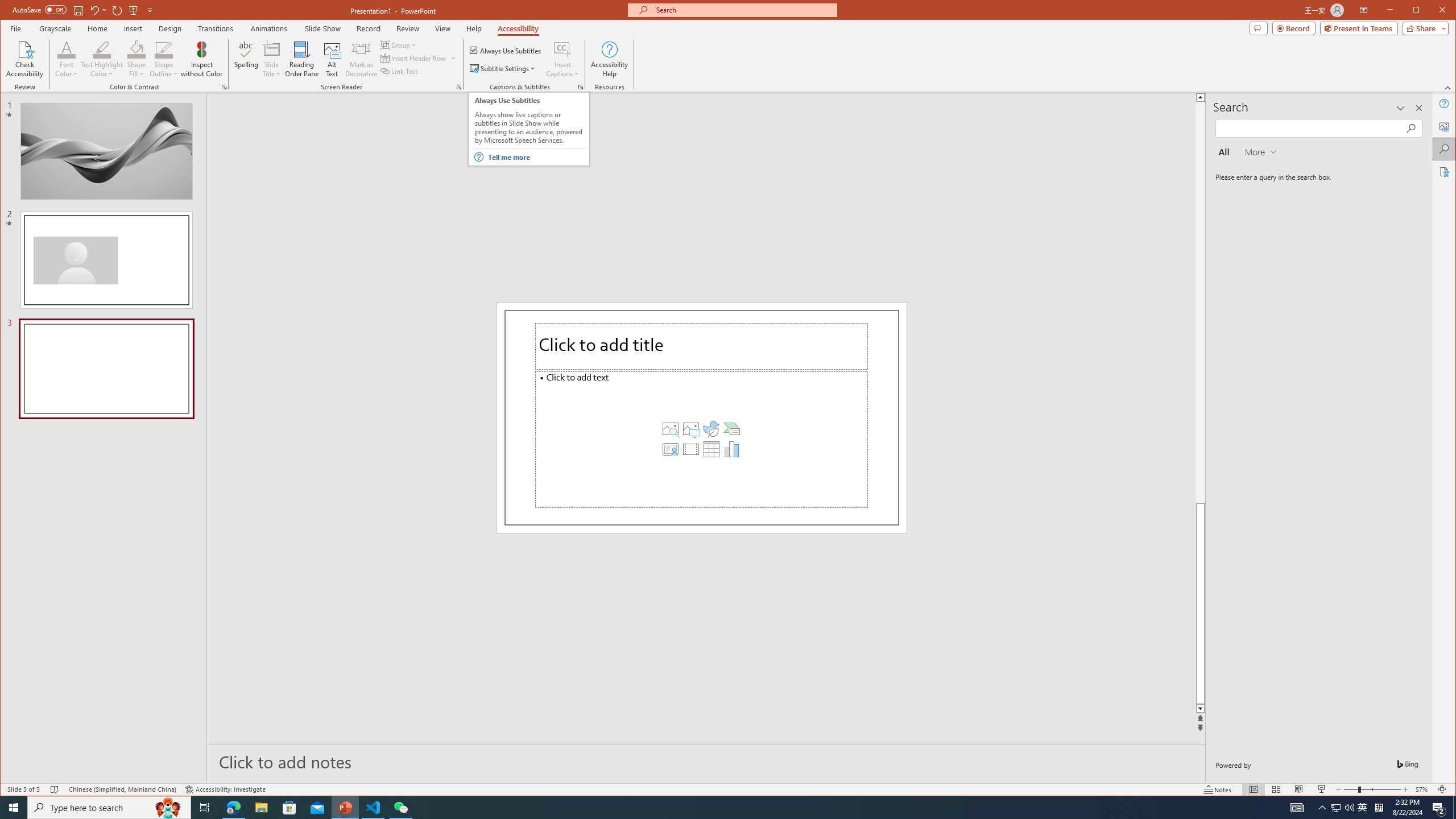 The height and width of the screenshot is (819, 1456). What do you see at coordinates (536, 156) in the screenshot?
I see `'Tell me more'` at bounding box center [536, 156].